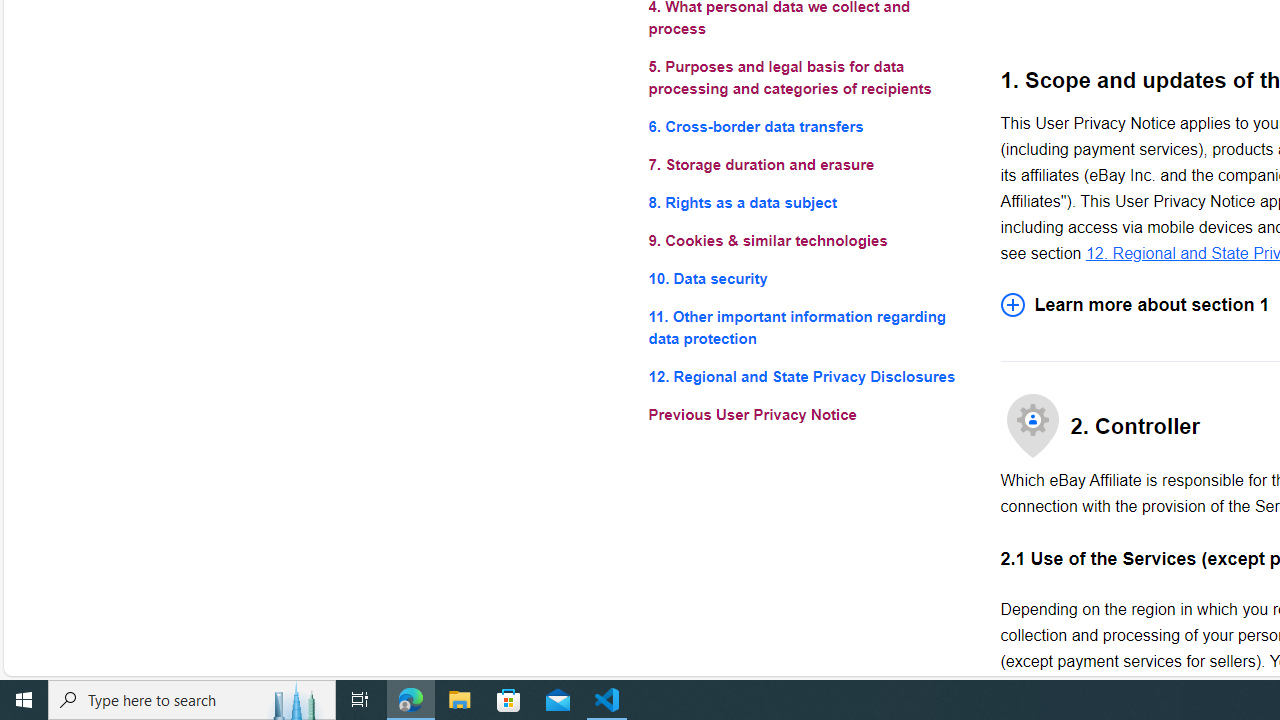  I want to click on '10. Data security', so click(808, 279).